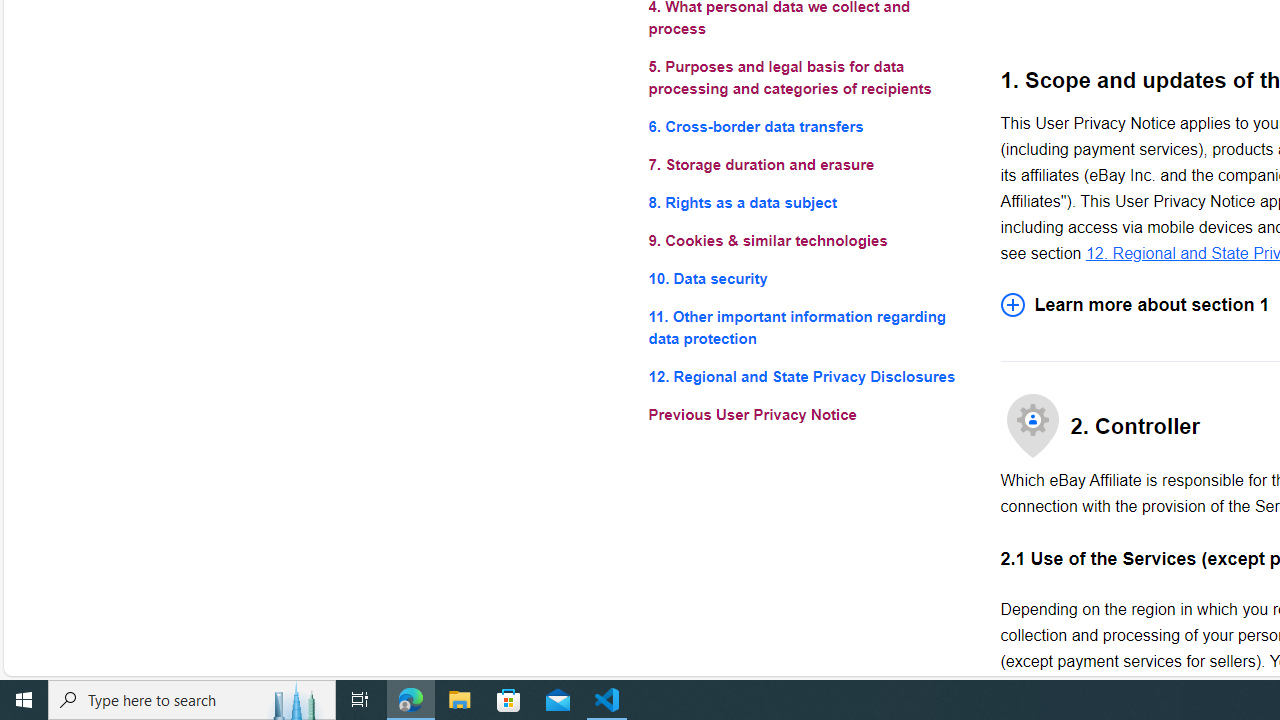  I want to click on '10. Data security', so click(808, 279).